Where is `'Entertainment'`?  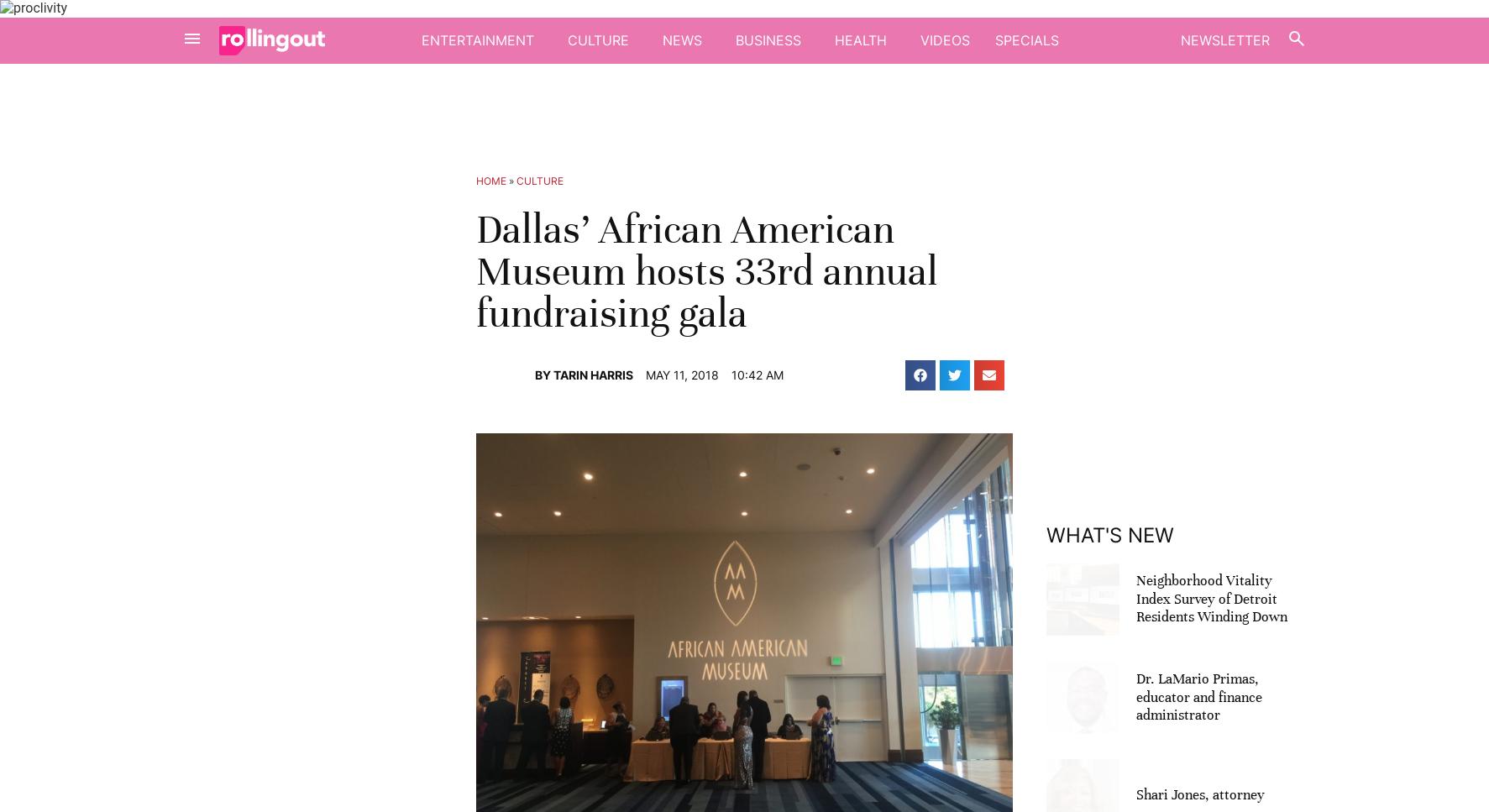
'Entertainment' is located at coordinates (477, 39).